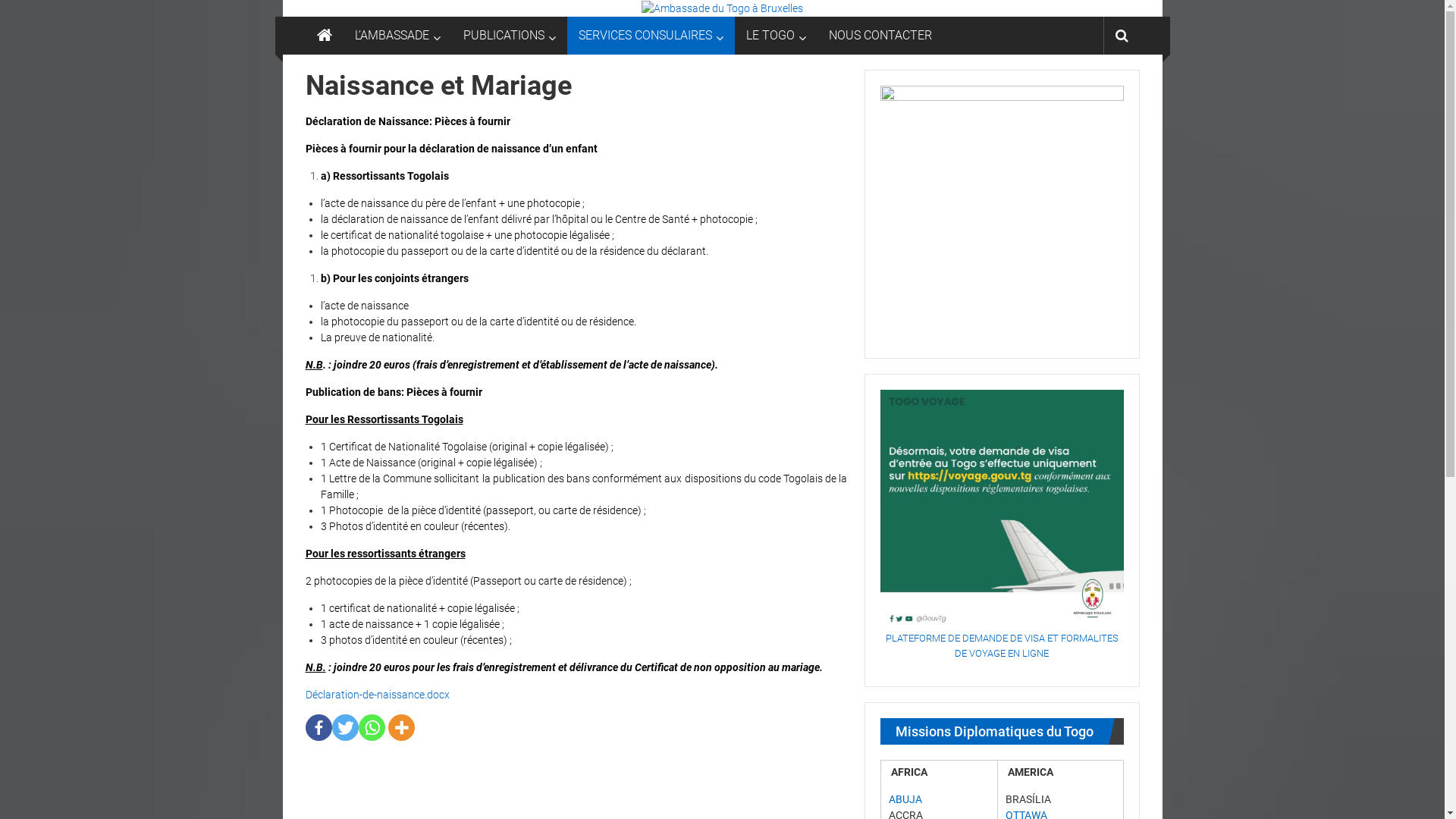 This screenshot has height=819, width=1456. What do you see at coordinates (401, 726) in the screenshot?
I see `'More'` at bounding box center [401, 726].